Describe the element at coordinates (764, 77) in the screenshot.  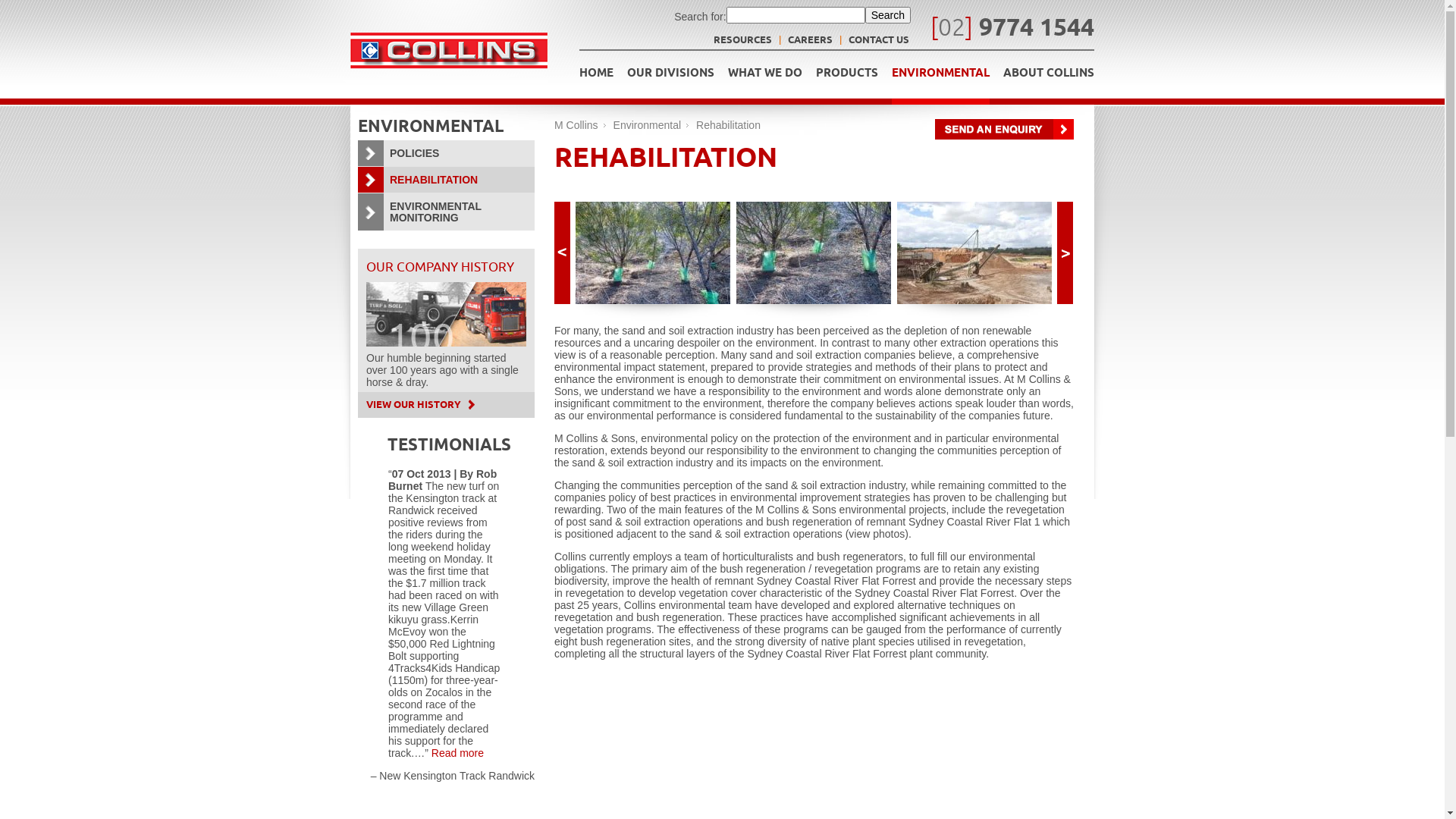
I see `'WHAT WE DO'` at that location.